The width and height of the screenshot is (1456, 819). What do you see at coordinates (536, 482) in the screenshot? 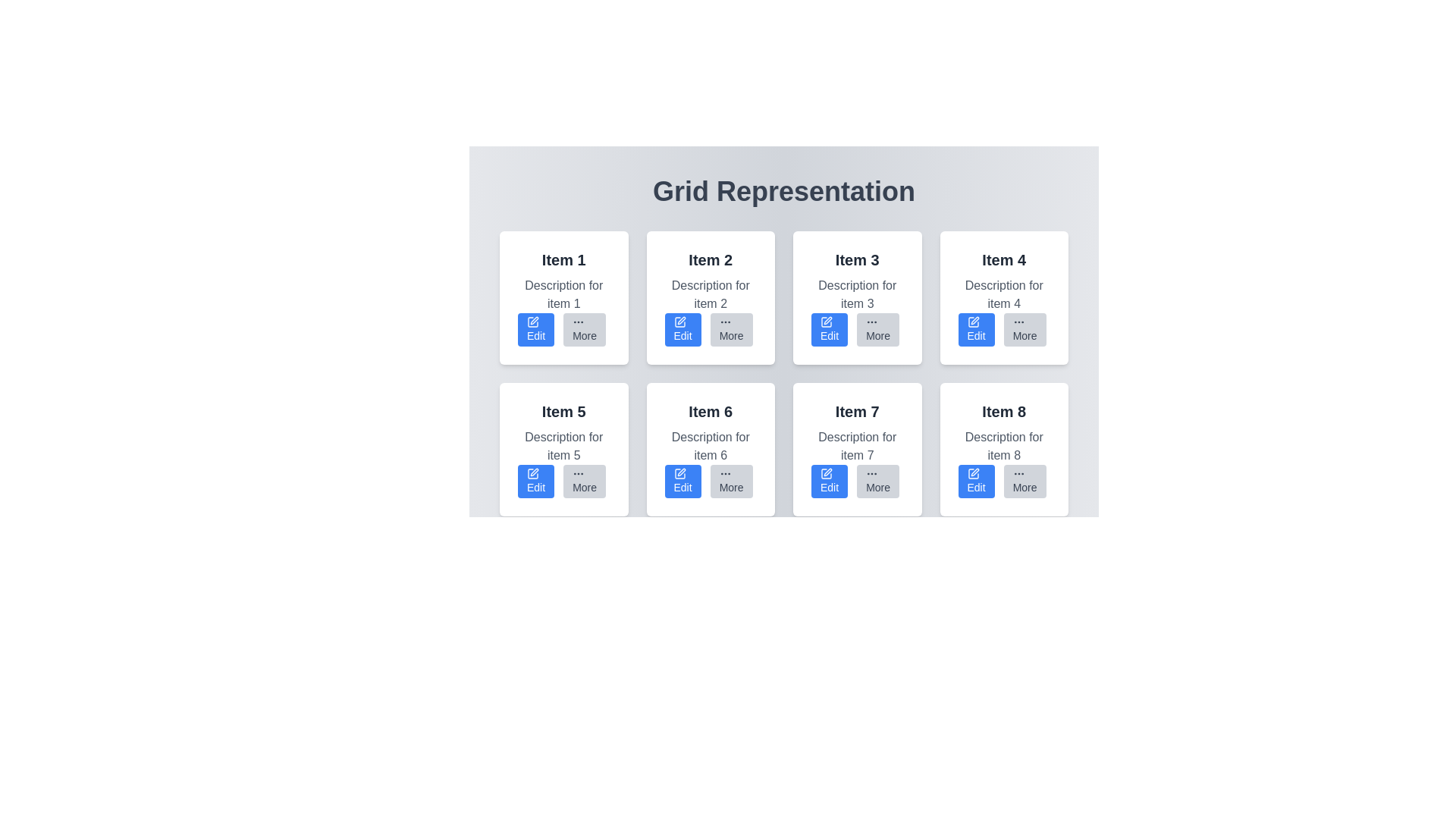
I see `the edit button located in the bottom-left section of the card for 'Item 5' to initiate editing` at bounding box center [536, 482].